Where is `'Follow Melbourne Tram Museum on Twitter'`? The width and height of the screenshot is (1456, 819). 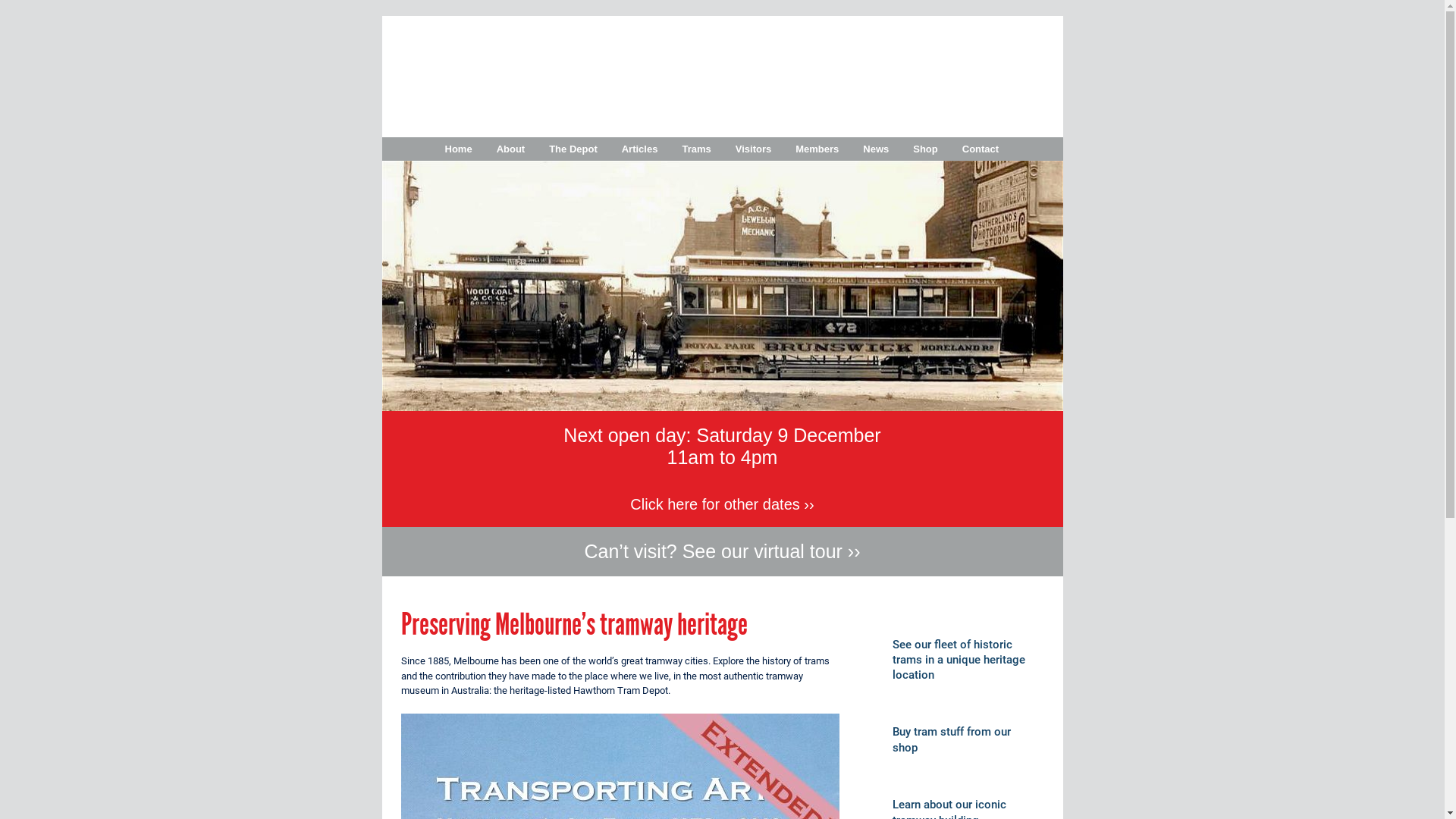 'Follow Melbourne Tram Museum on Twitter' is located at coordinates (1425, 107).